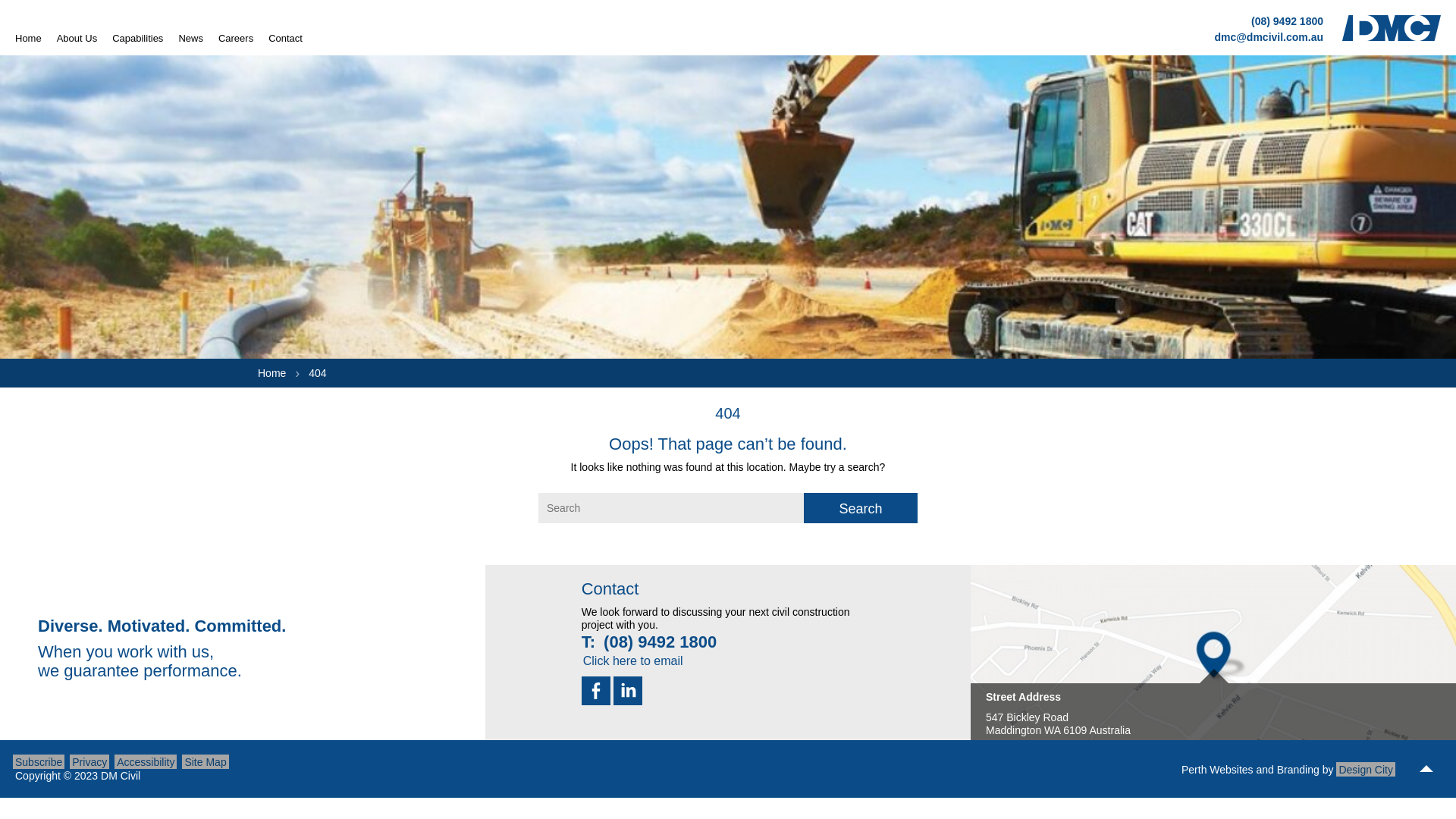 The height and width of the screenshot is (819, 1456). Describe the element at coordinates (113, 761) in the screenshot. I see `'Accessibility'` at that location.